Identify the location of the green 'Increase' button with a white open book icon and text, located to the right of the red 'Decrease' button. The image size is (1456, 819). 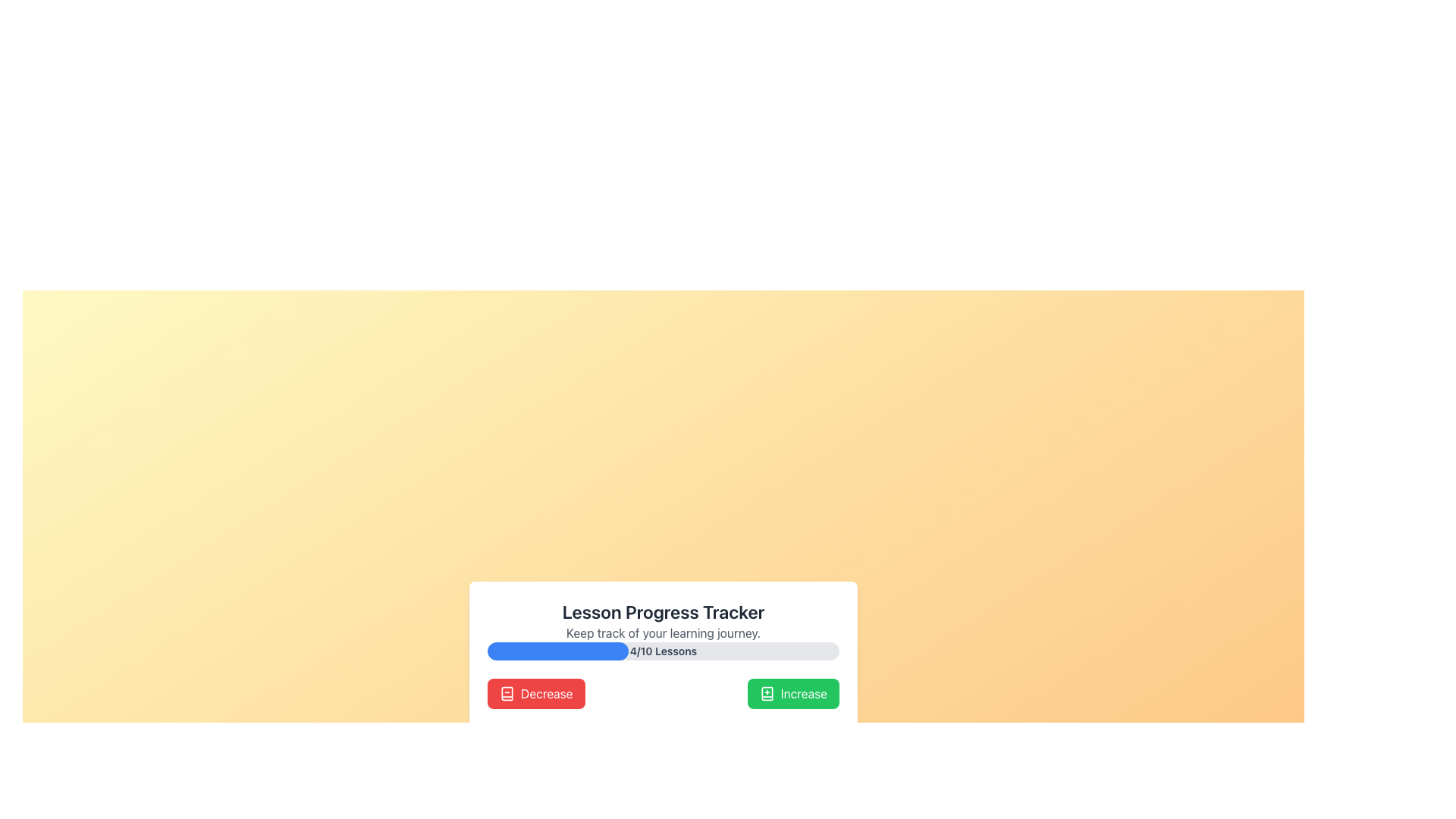
(792, 693).